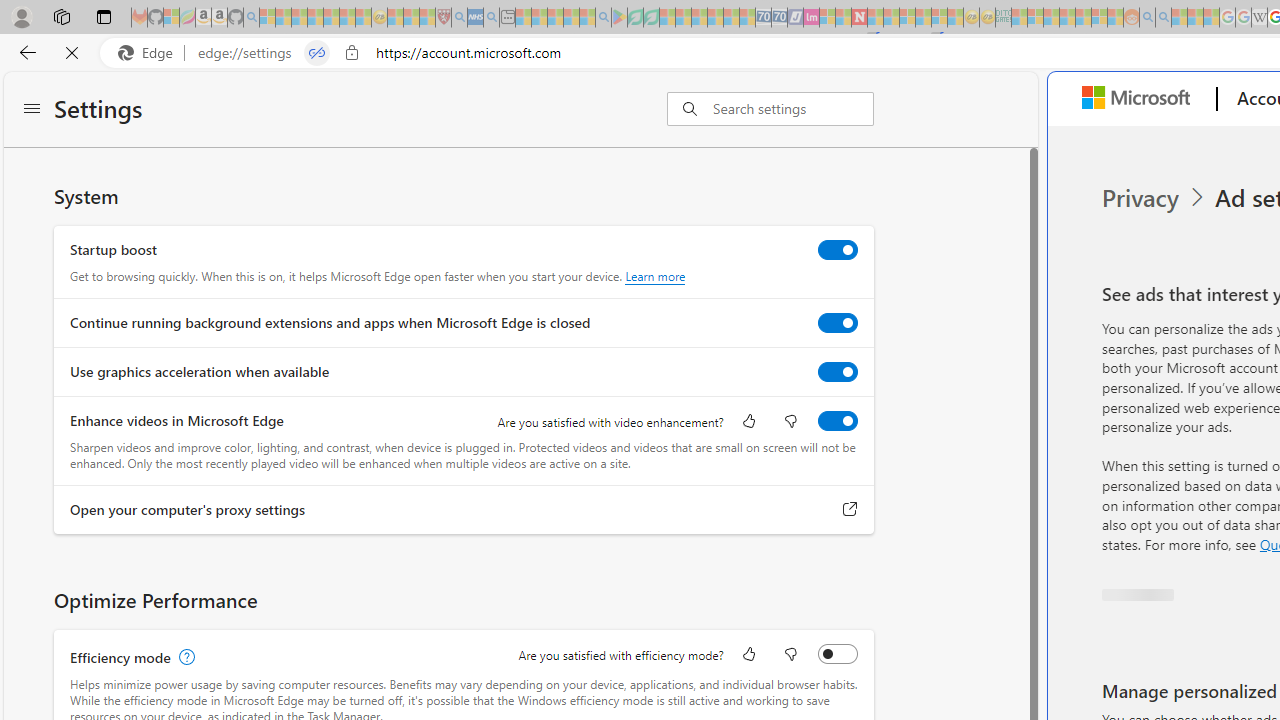  I want to click on 'Edge', so click(149, 52).